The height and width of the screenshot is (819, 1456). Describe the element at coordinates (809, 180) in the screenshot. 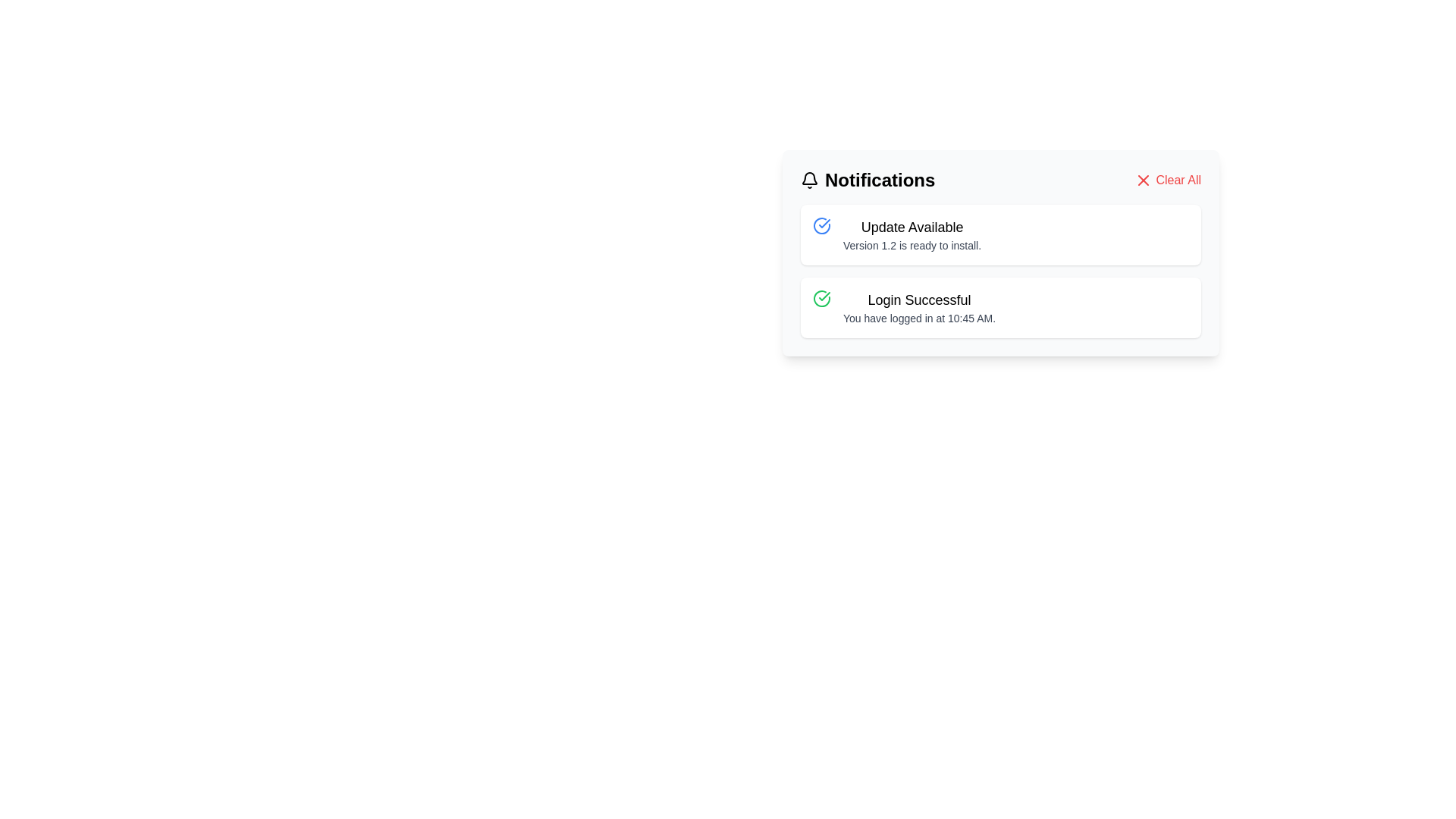

I see `the bell-shaped notification icon located at the top left of the 'Notifications' header section` at that location.